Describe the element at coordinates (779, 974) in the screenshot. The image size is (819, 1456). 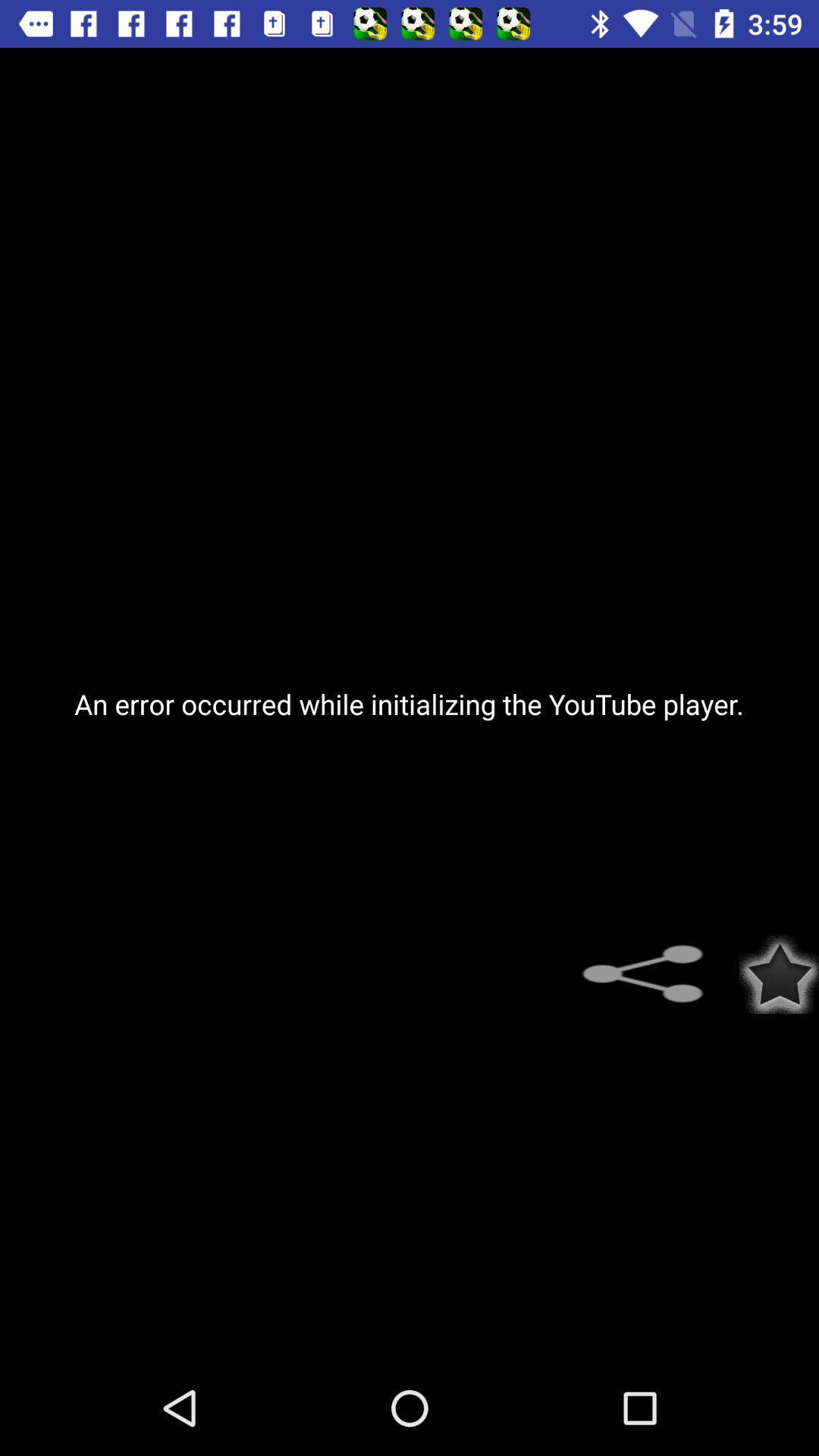
I see `icon below the an error occurred icon` at that location.